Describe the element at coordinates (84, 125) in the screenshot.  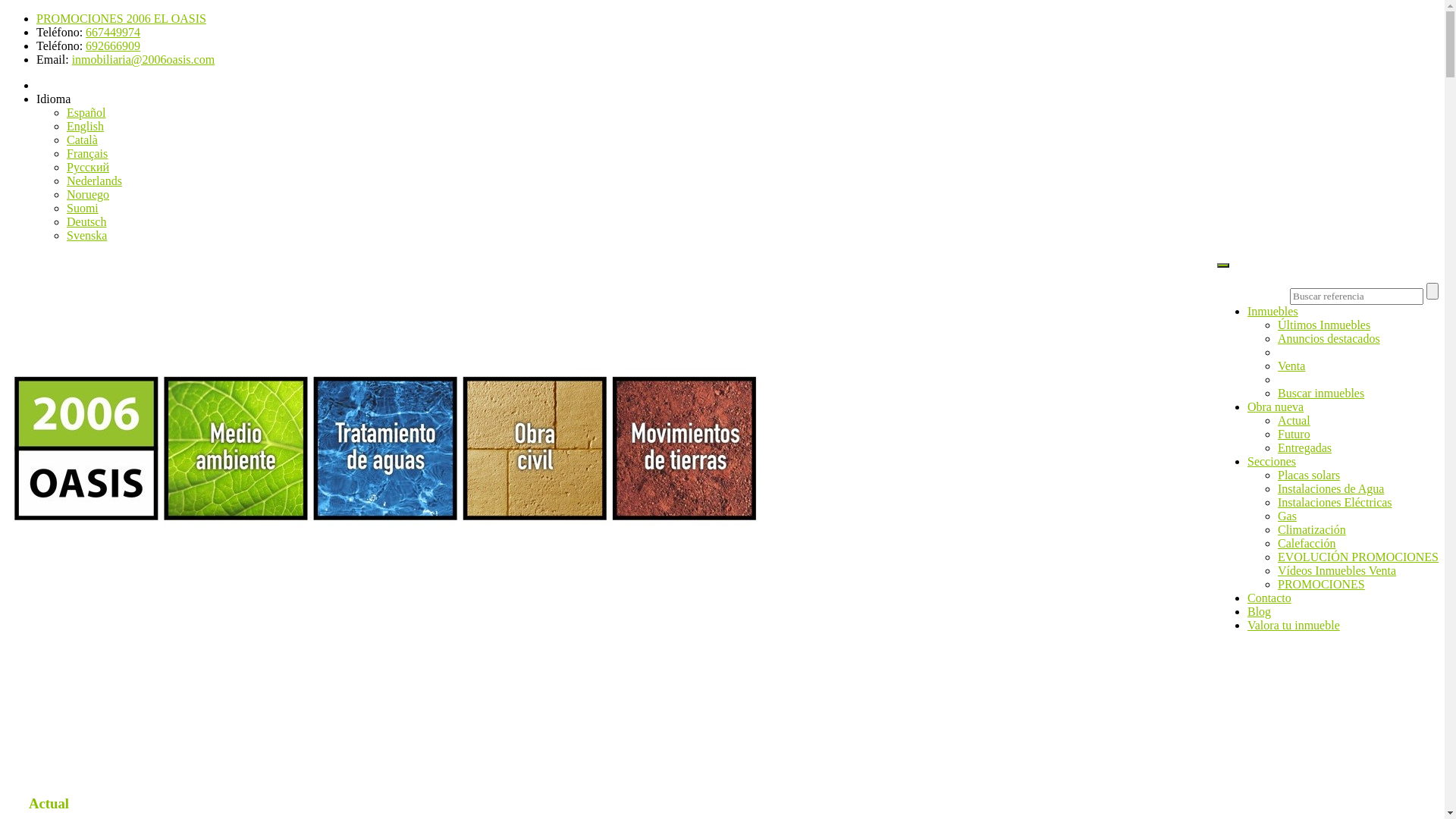
I see `'English'` at that location.